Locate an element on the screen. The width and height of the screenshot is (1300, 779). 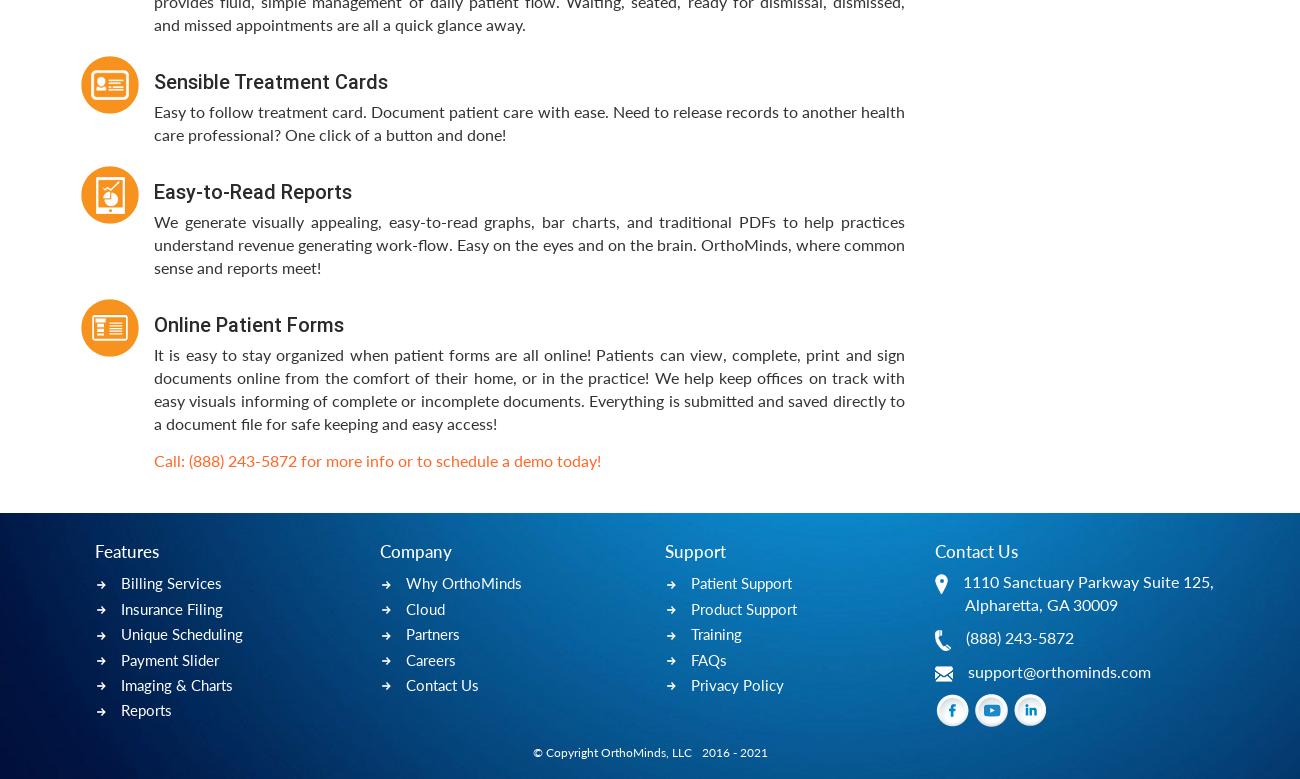
'Reports' is located at coordinates (145, 708).